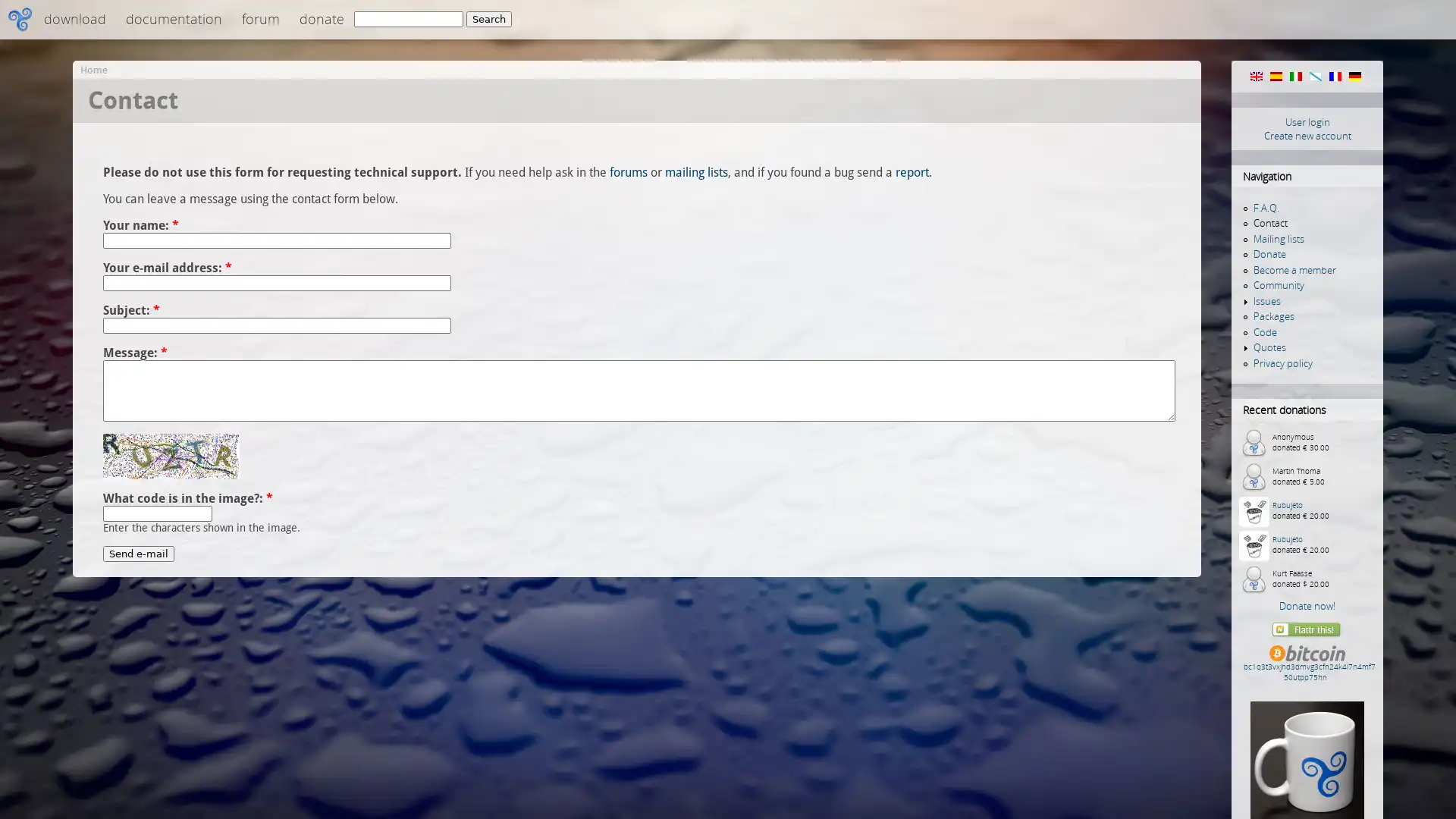 The height and width of the screenshot is (819, 1456). I want to click on Send e-mail, so click(138, 554).